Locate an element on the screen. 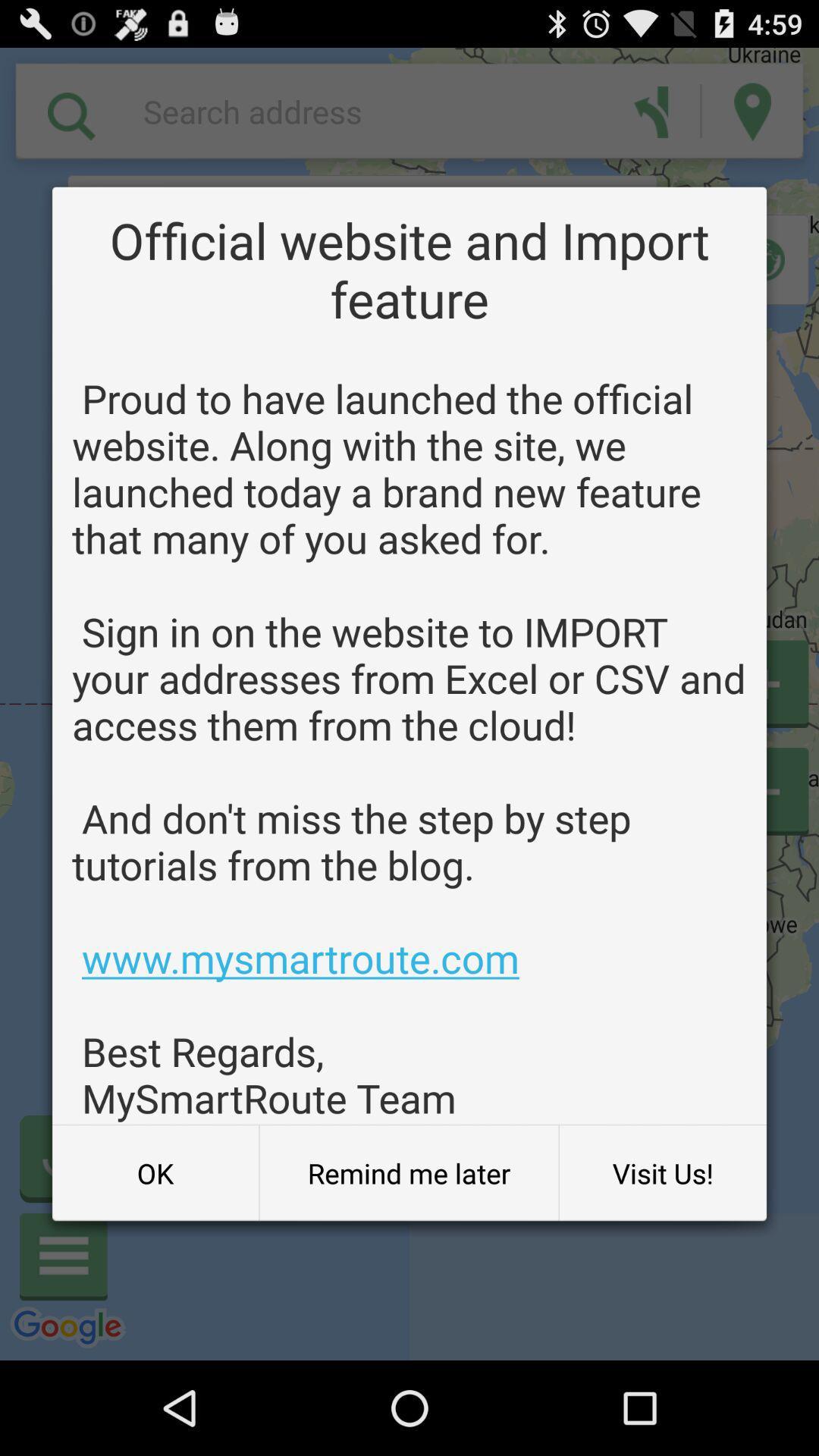 The height and width of the screenshot is (1456, 819). the item below the proud to have app is located at coordinates (408, 1172).